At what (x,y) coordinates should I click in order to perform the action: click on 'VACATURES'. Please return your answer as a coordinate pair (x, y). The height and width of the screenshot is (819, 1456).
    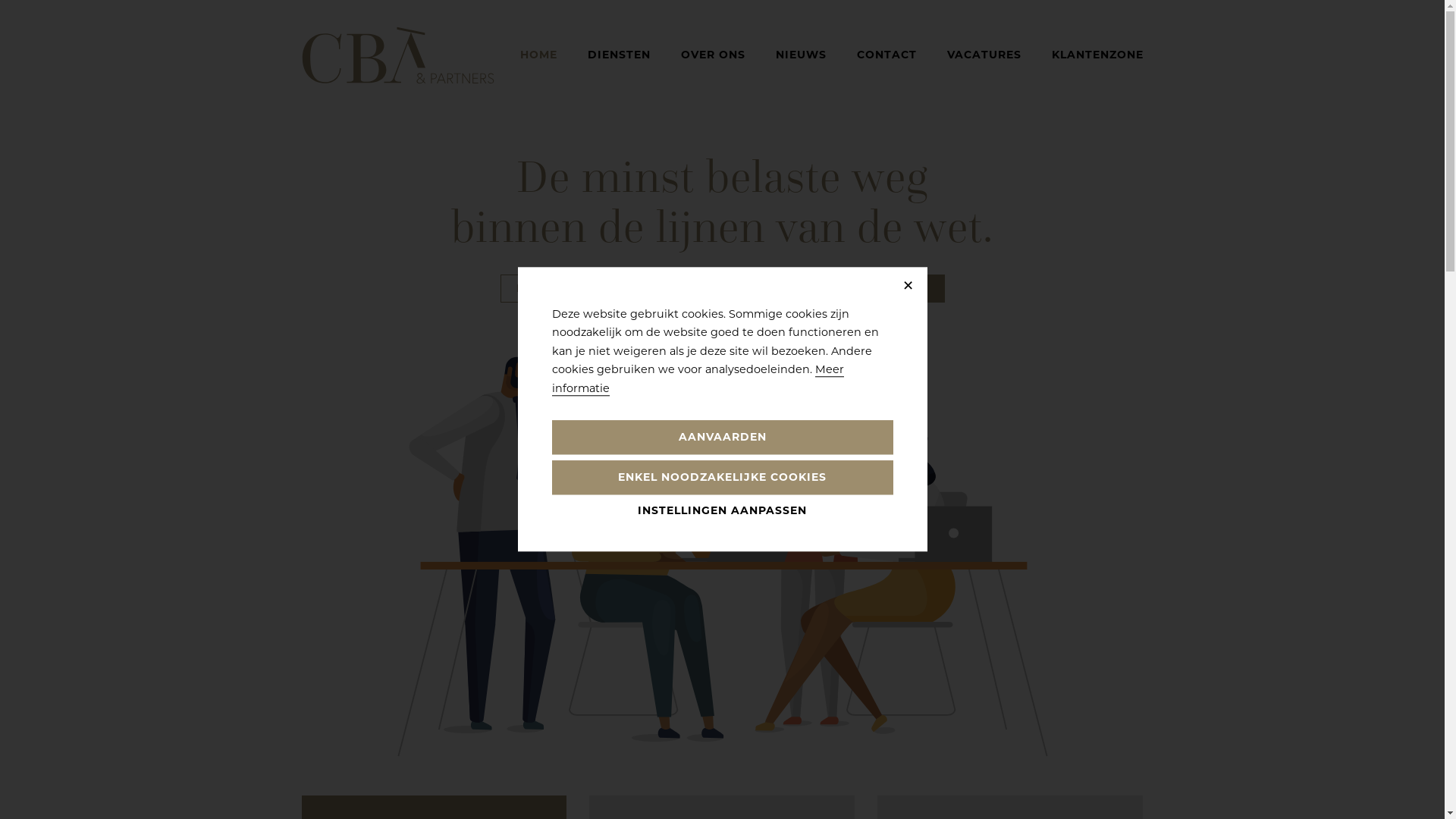
    Looking at the image, I should click on (983, 54).